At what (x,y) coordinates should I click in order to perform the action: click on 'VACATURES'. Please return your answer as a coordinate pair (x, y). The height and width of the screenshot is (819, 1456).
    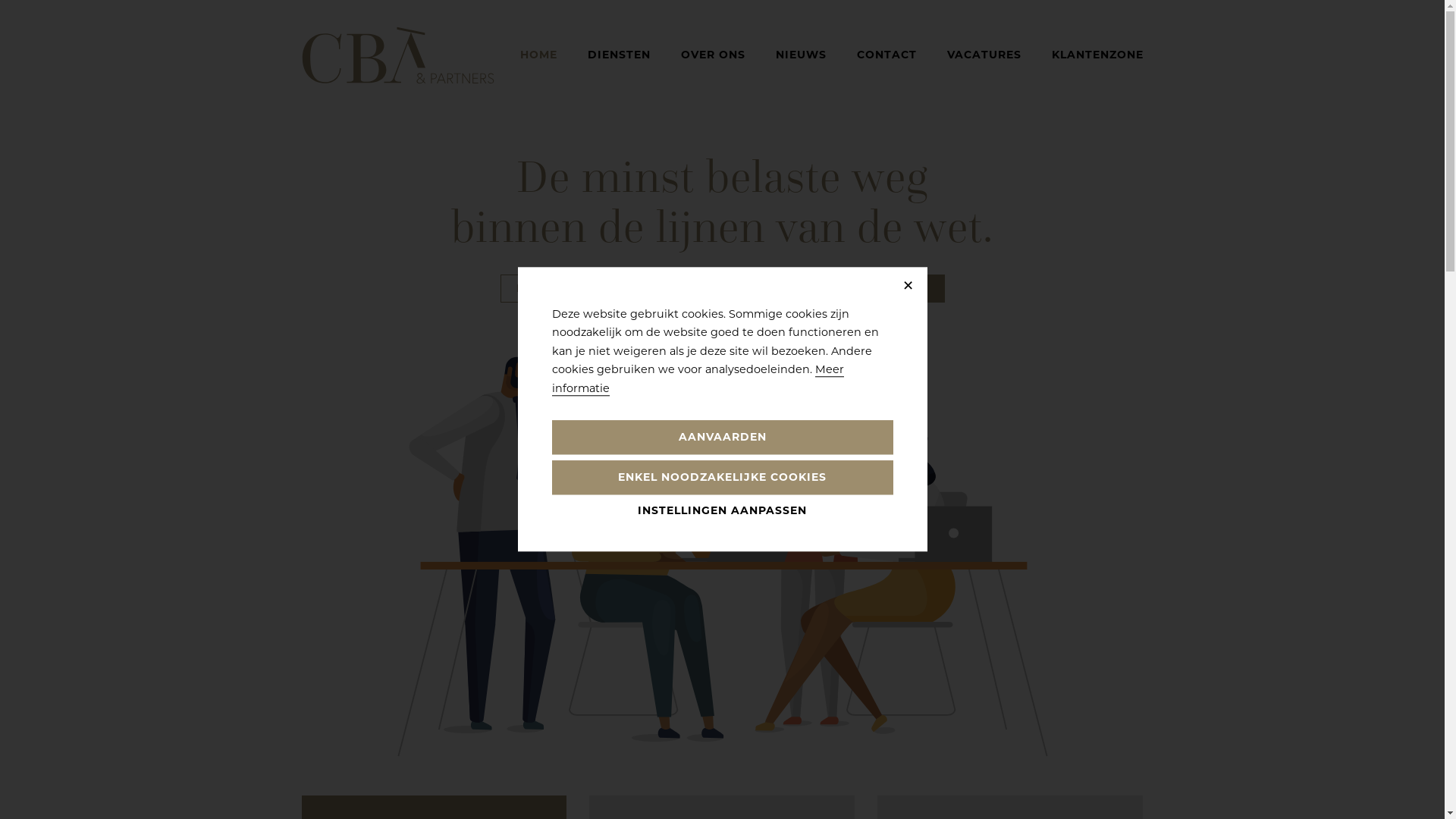
    Looking at the image, I should click on (983, 54).